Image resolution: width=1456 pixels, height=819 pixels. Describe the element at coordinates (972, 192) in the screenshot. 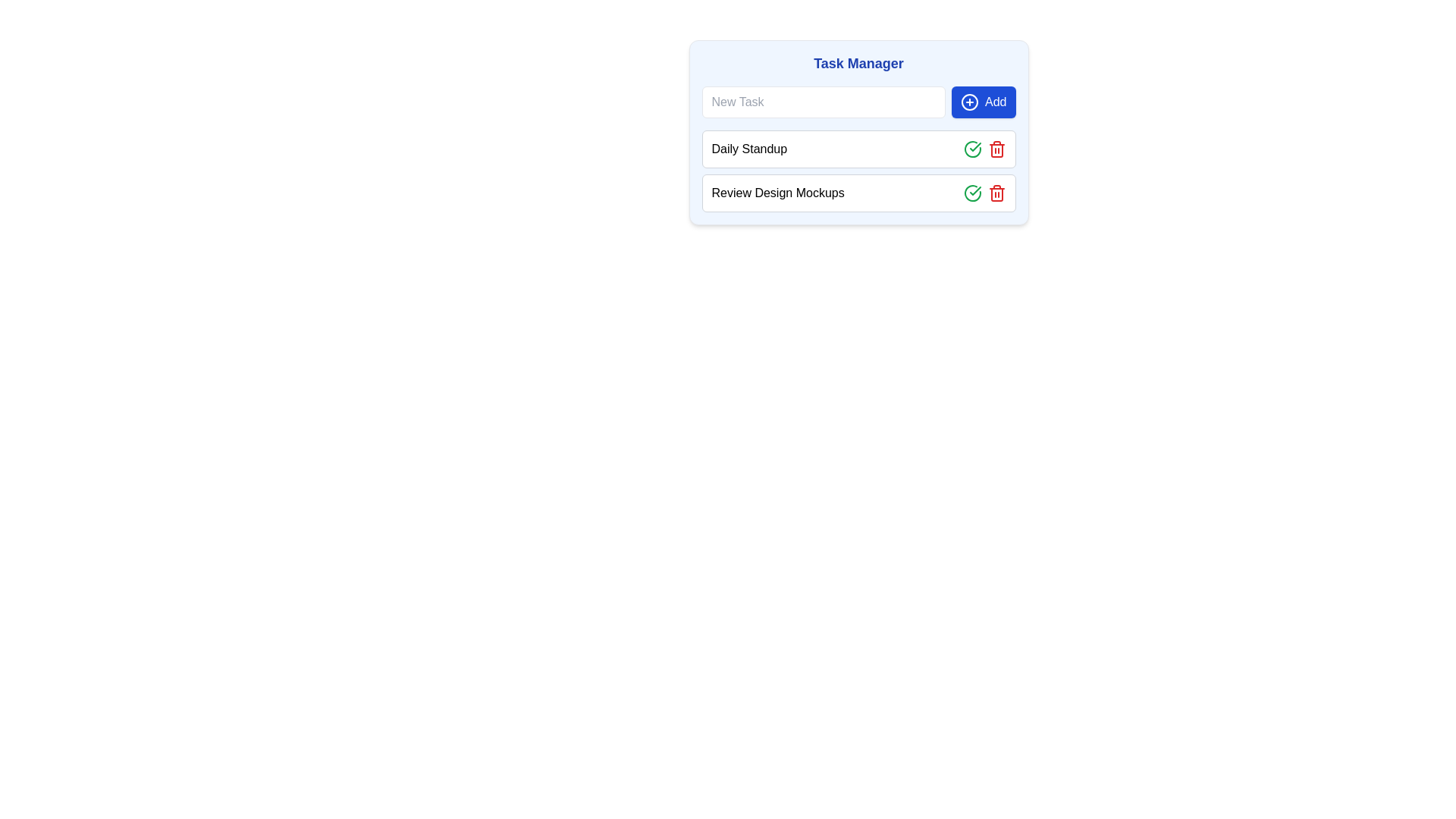

I see `the Icon Button located in the second task row, to the right of the task title 'Review Design Mockups'` at that location.